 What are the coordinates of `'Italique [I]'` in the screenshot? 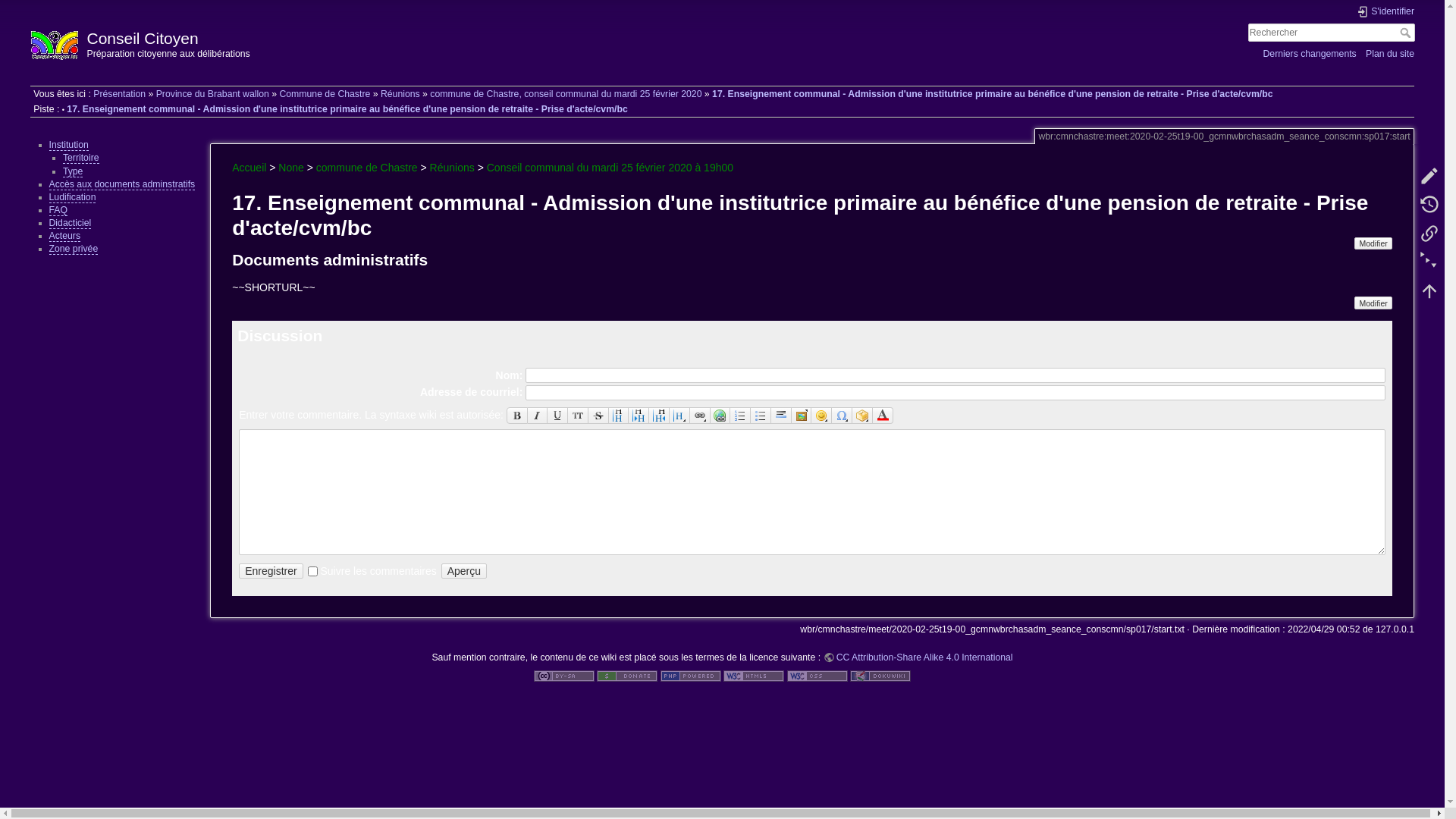 It's located at (528, 415).